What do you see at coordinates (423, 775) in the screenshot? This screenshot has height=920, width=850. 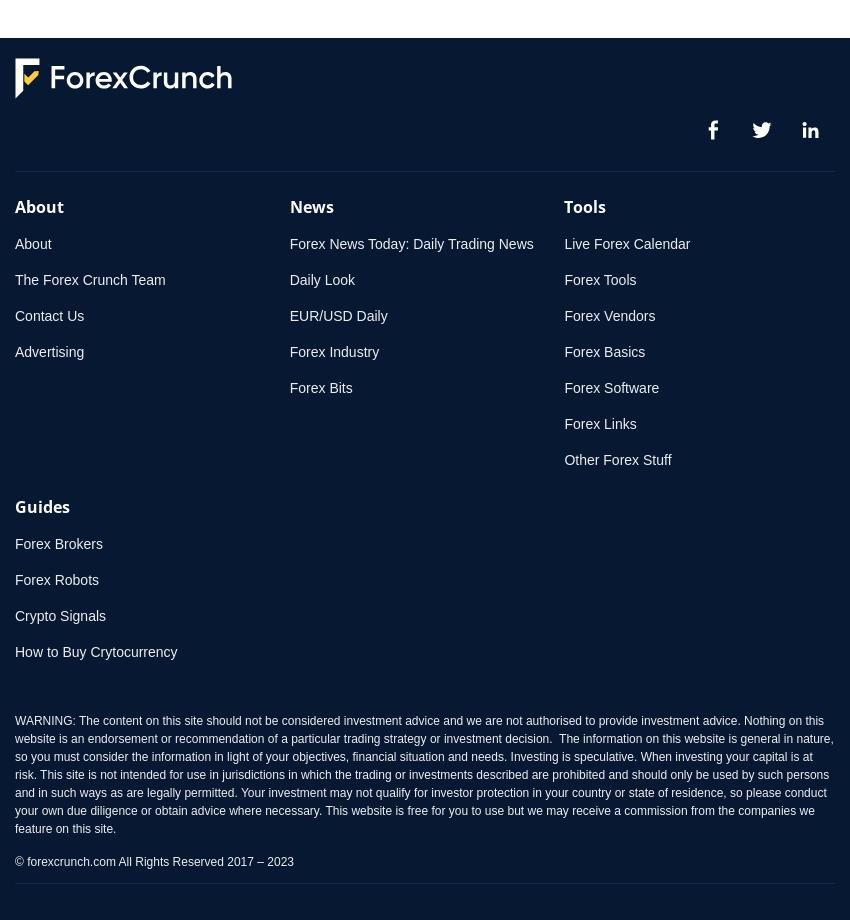 I see `'WARNING: The content on this site should not be considered investment advice and we are not authorised to provide investment advice. Nothing on this website is an endorsement or recommendation of a particular trading strategy or investment decision.  The information on this website is general in nature, so you must consider the information in light of your objectives, financial situation and needs. Investing is speculative. When investing your capital is at risk. This site is not intended for use in jurisdictions in which the trading or investments described are prohibited and should only be used by such persons and in such ways as are legally permitted. Your investment may not qualify for investor protection in your country or state of residence, so please conduct your own due diligence or obtain advice where necessary. This website is free for you to use but we may receive a commission from the companies we feature on this site.'` at bounding box center [423, 775].